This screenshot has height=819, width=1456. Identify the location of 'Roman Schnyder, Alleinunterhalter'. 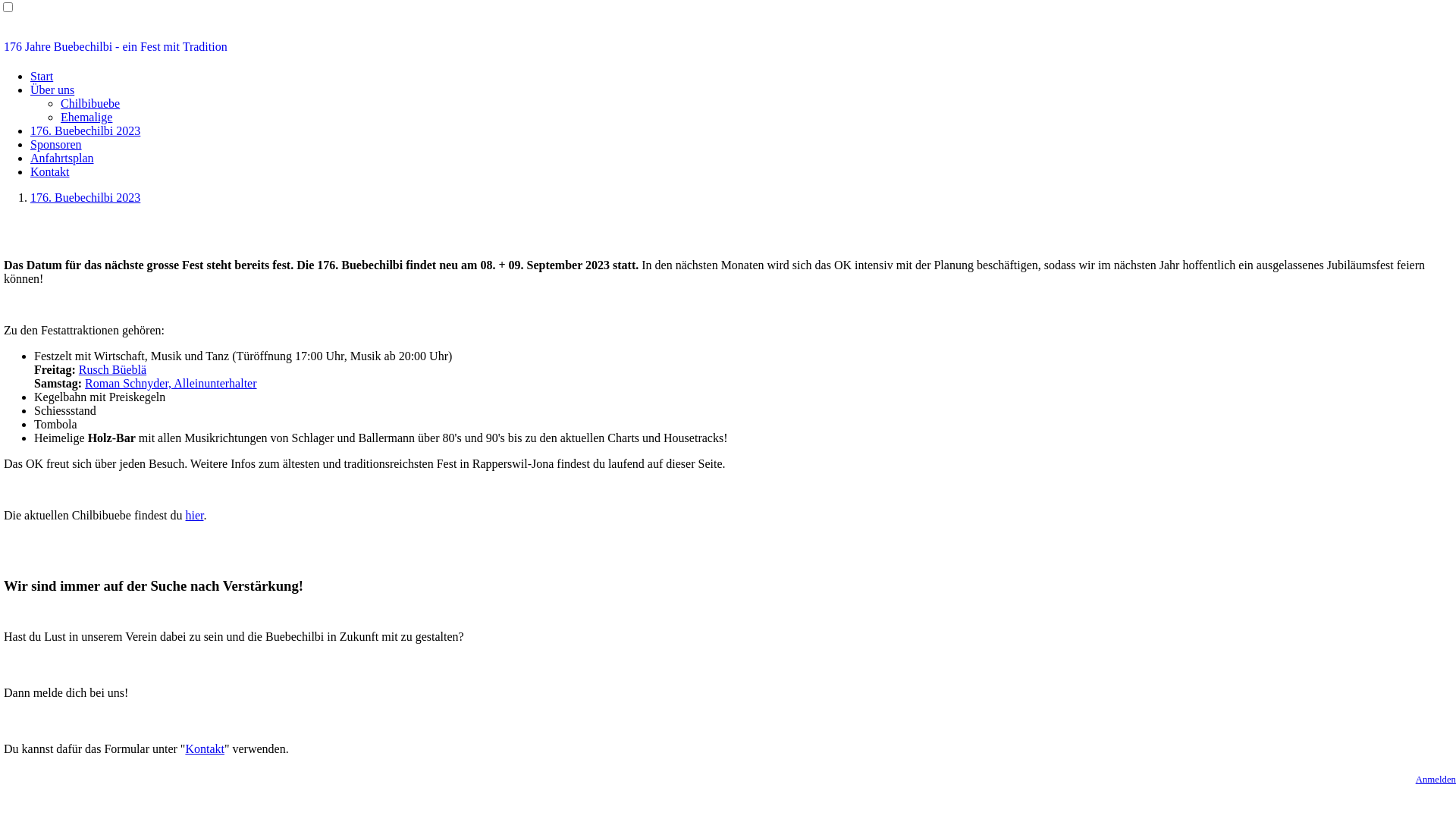
(171, 382).